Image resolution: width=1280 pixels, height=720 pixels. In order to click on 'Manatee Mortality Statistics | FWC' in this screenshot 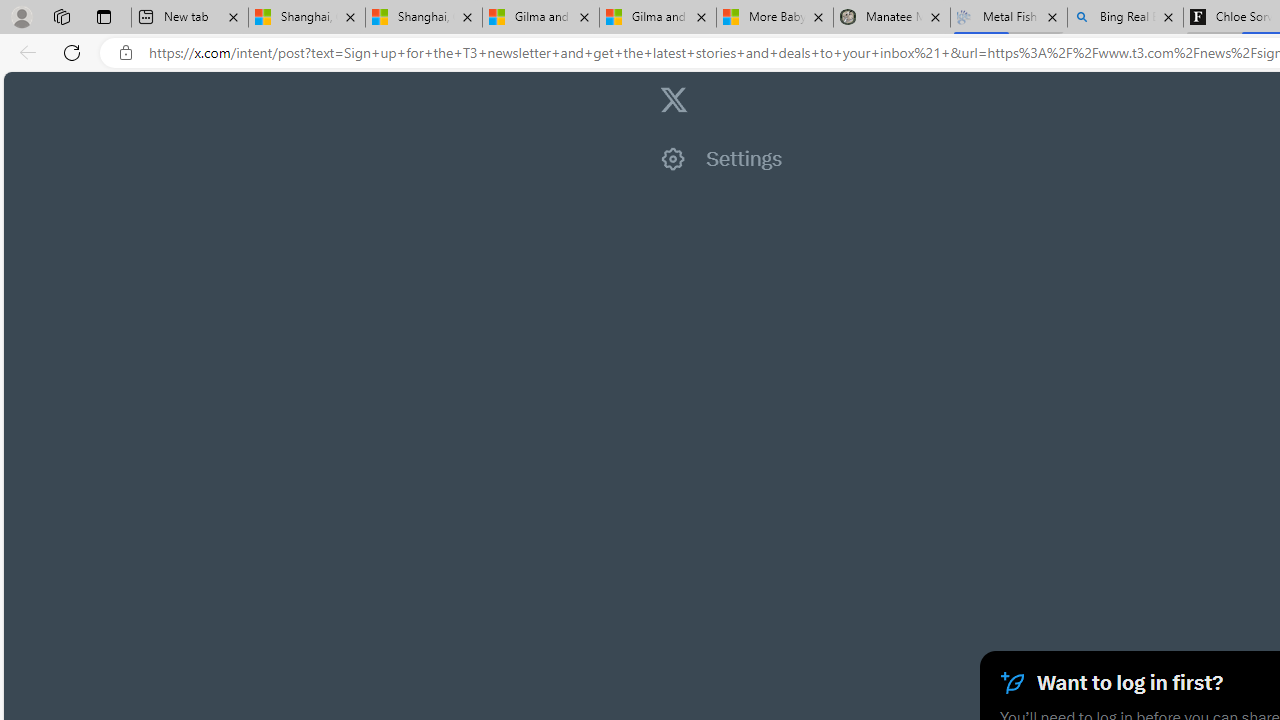, I will do `click(891, 17)`.